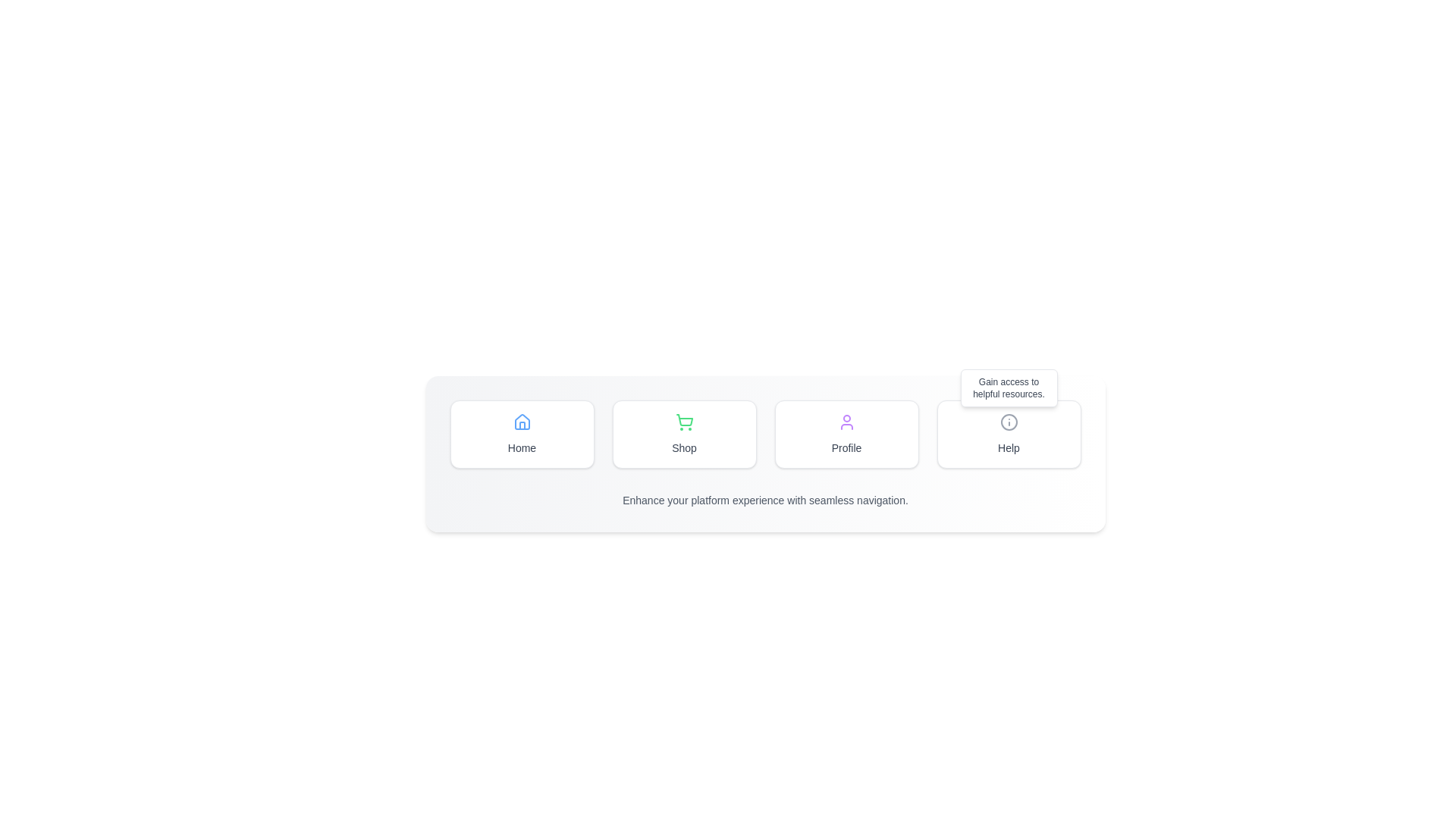 This screenshot has width=1456, height=819. I want to click on the 'Home' navigation label, which is centrally positioned below the house icon in the navigation bar, so click(522, 447).